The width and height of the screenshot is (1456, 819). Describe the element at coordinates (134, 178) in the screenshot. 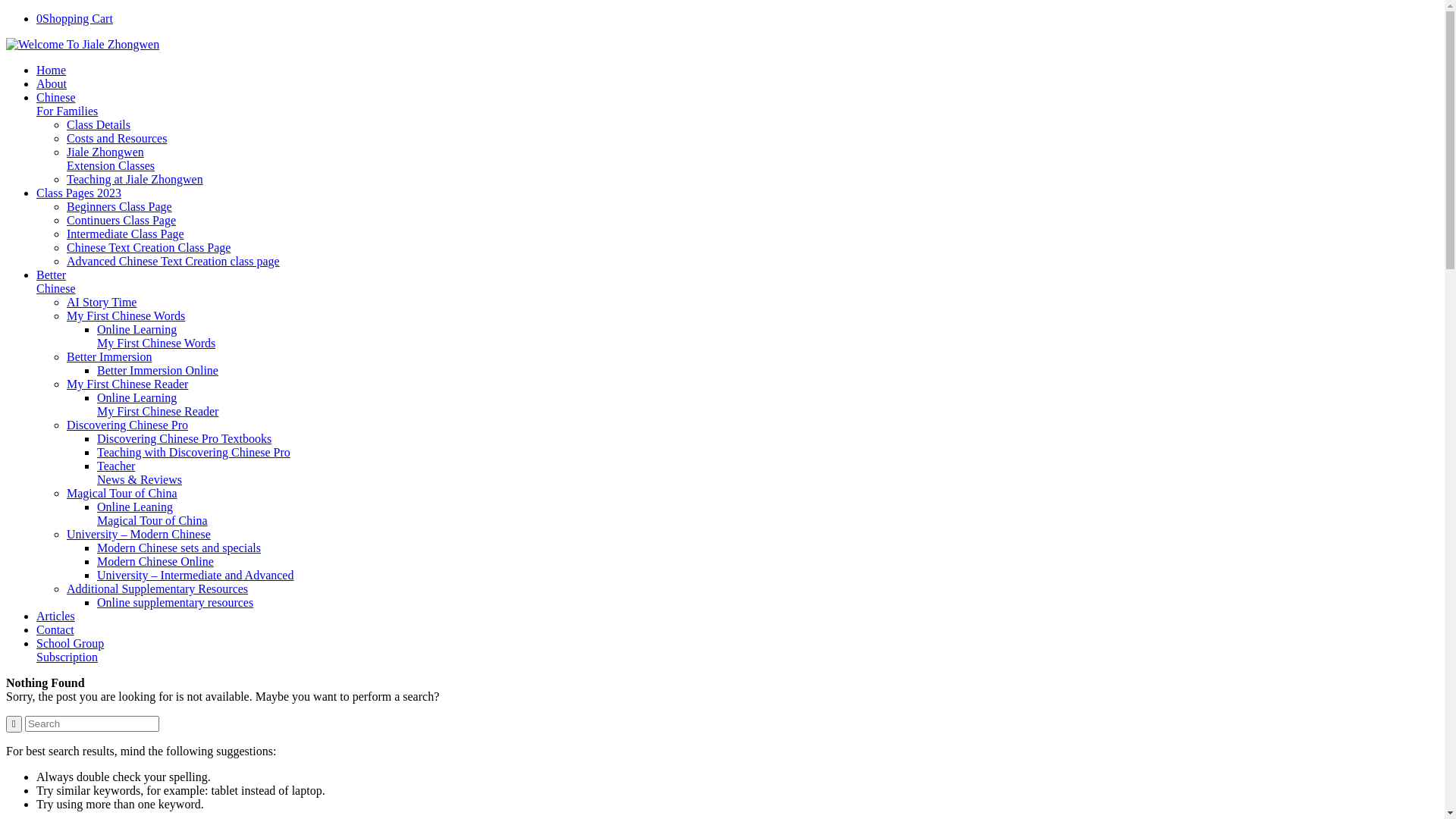

I see `'Teaching at Jiale Zhongwen'` at that location.